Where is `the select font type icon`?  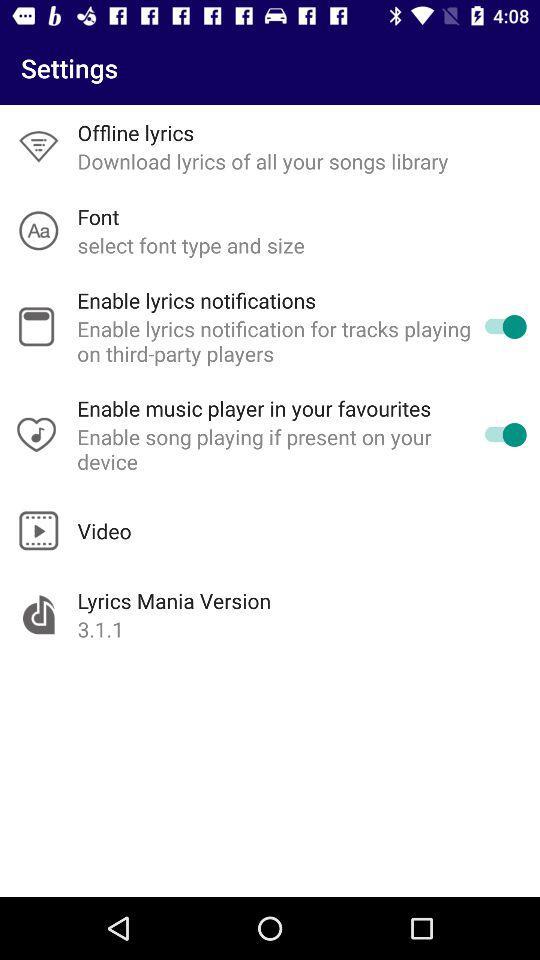
the select font type icon is located at coordinates (191, 244).